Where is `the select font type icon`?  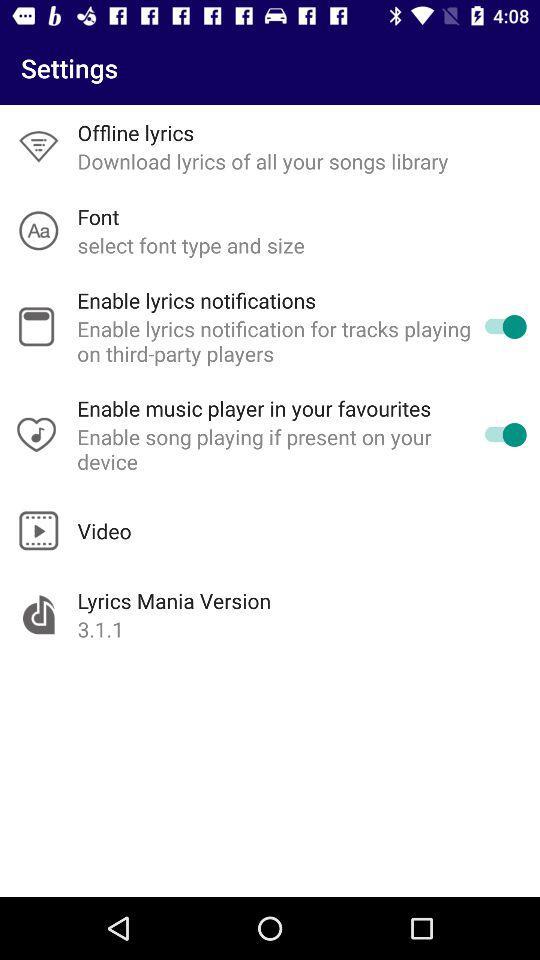
the select font type icon is located at coordinates (191, 244).